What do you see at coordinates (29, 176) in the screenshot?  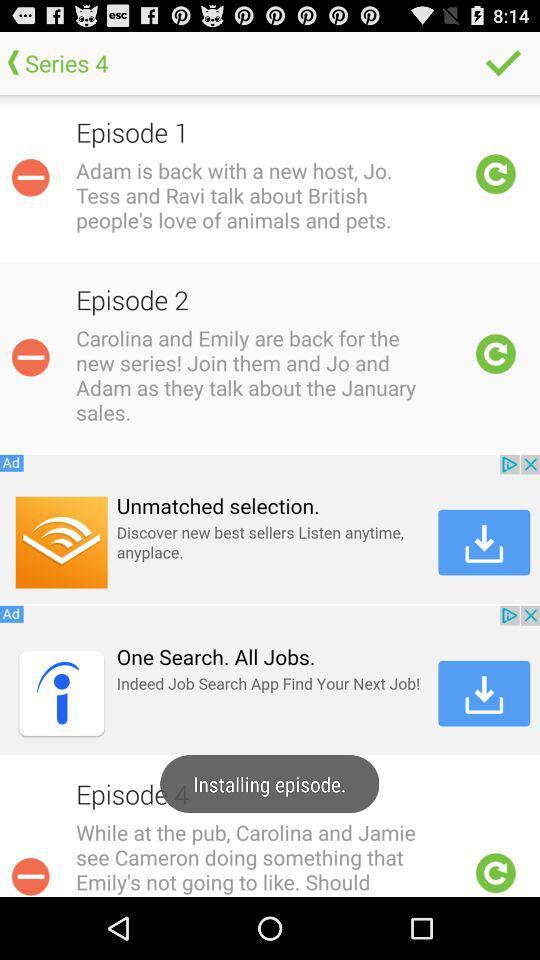 I see `remove` at bounding box center [29, 176].